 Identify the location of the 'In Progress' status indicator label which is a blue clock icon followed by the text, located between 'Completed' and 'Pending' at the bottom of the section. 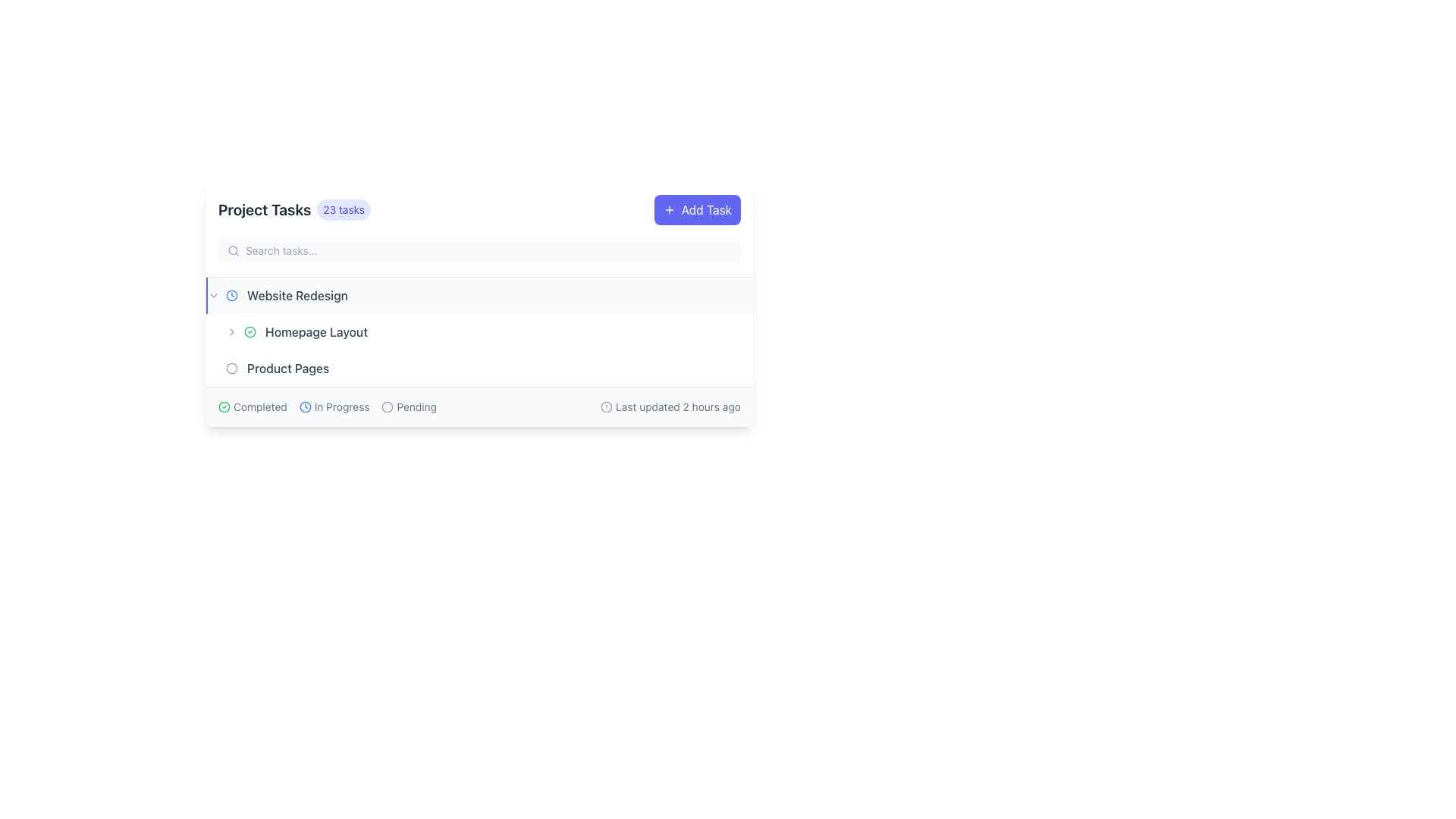
(334, 406).